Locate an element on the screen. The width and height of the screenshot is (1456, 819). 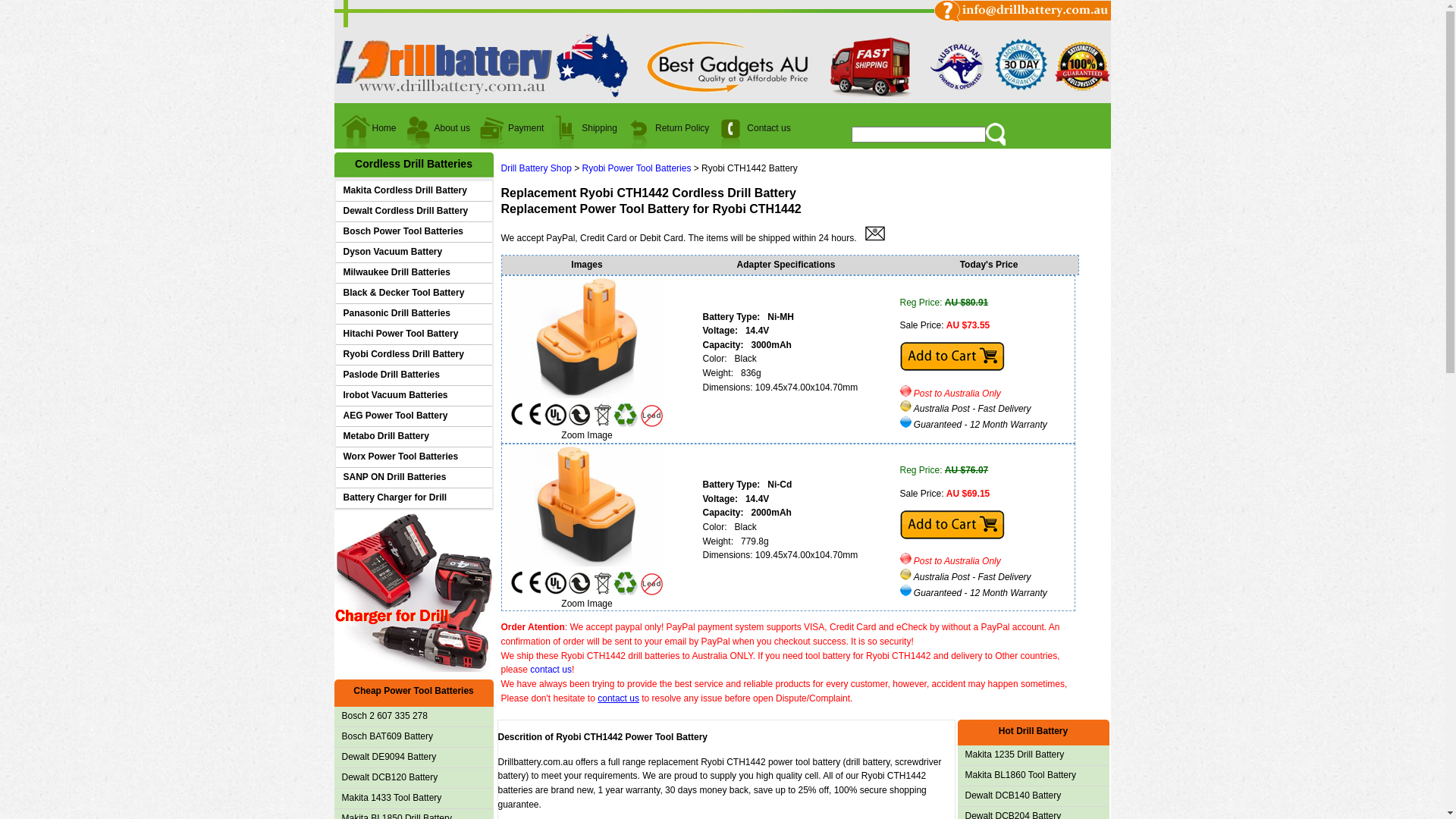
'Makita BL1860 Tool Battery' is located at coordinates (956, 775).